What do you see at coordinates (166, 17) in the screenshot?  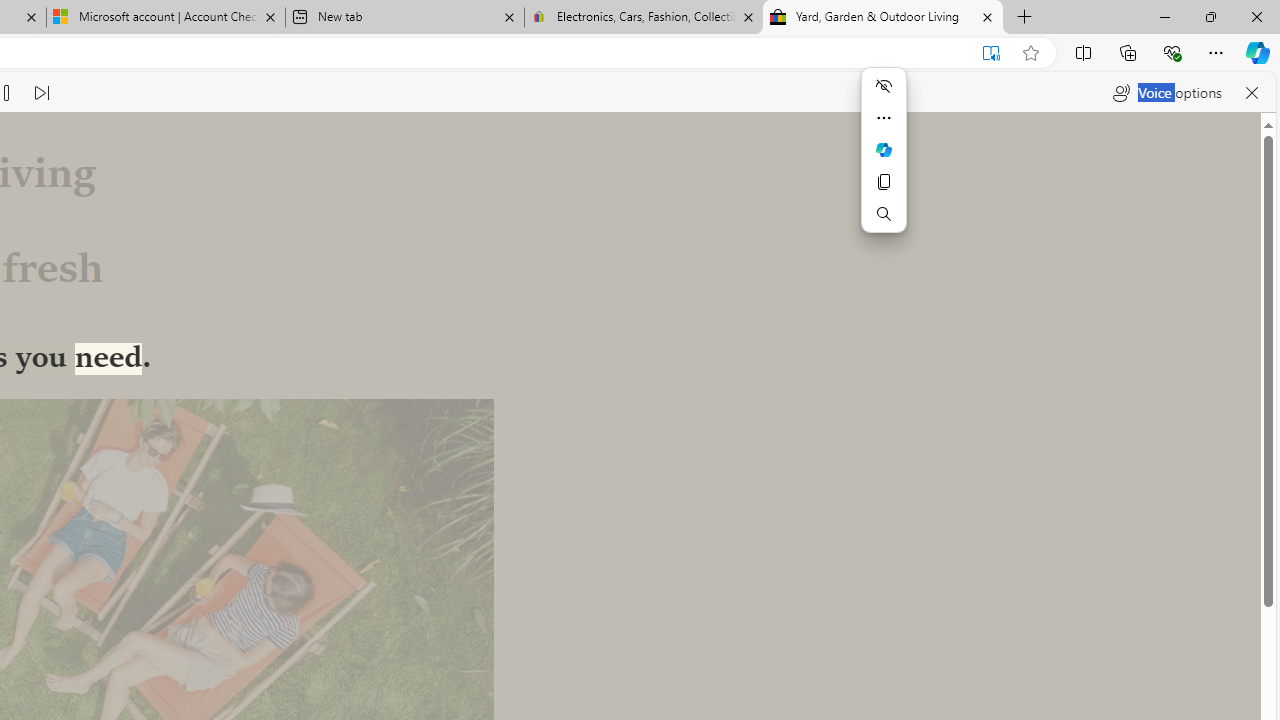 I see `'Microsoft account | Account Checkup'` at bounding box center [166, 17].